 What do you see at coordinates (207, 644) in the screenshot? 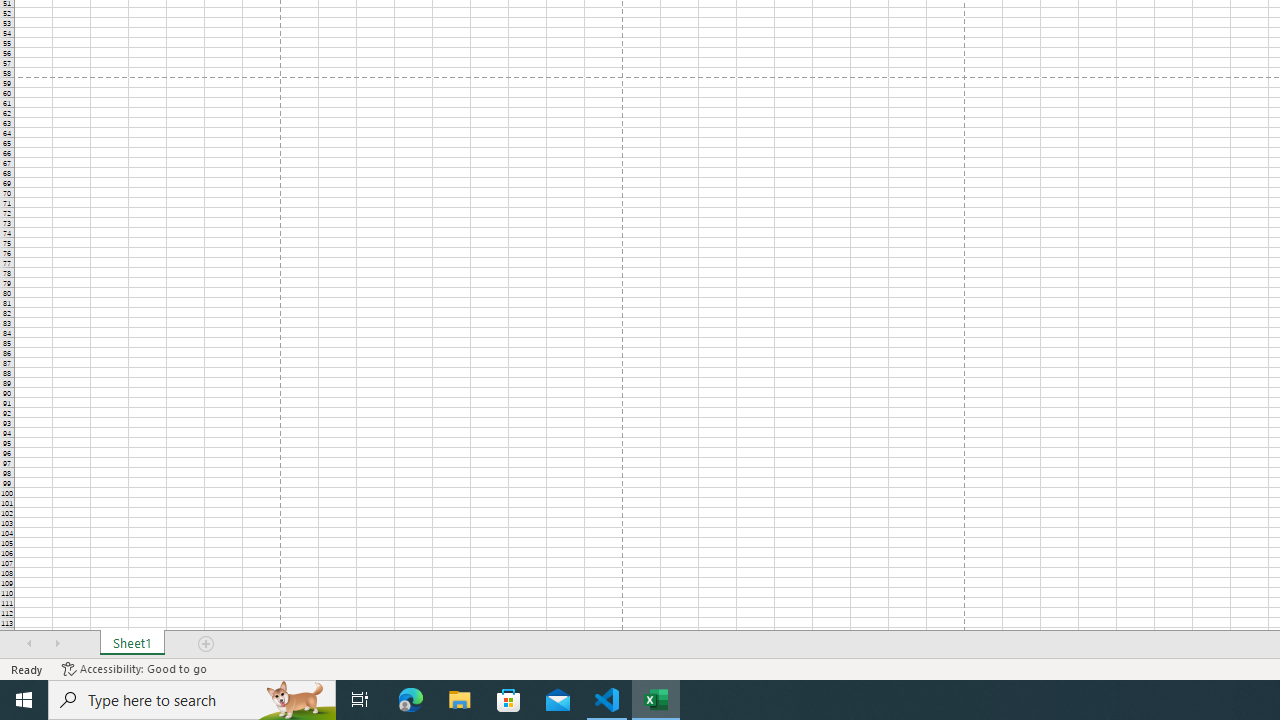
I see `'Add Sheet'` at bounding box center [207, 644].